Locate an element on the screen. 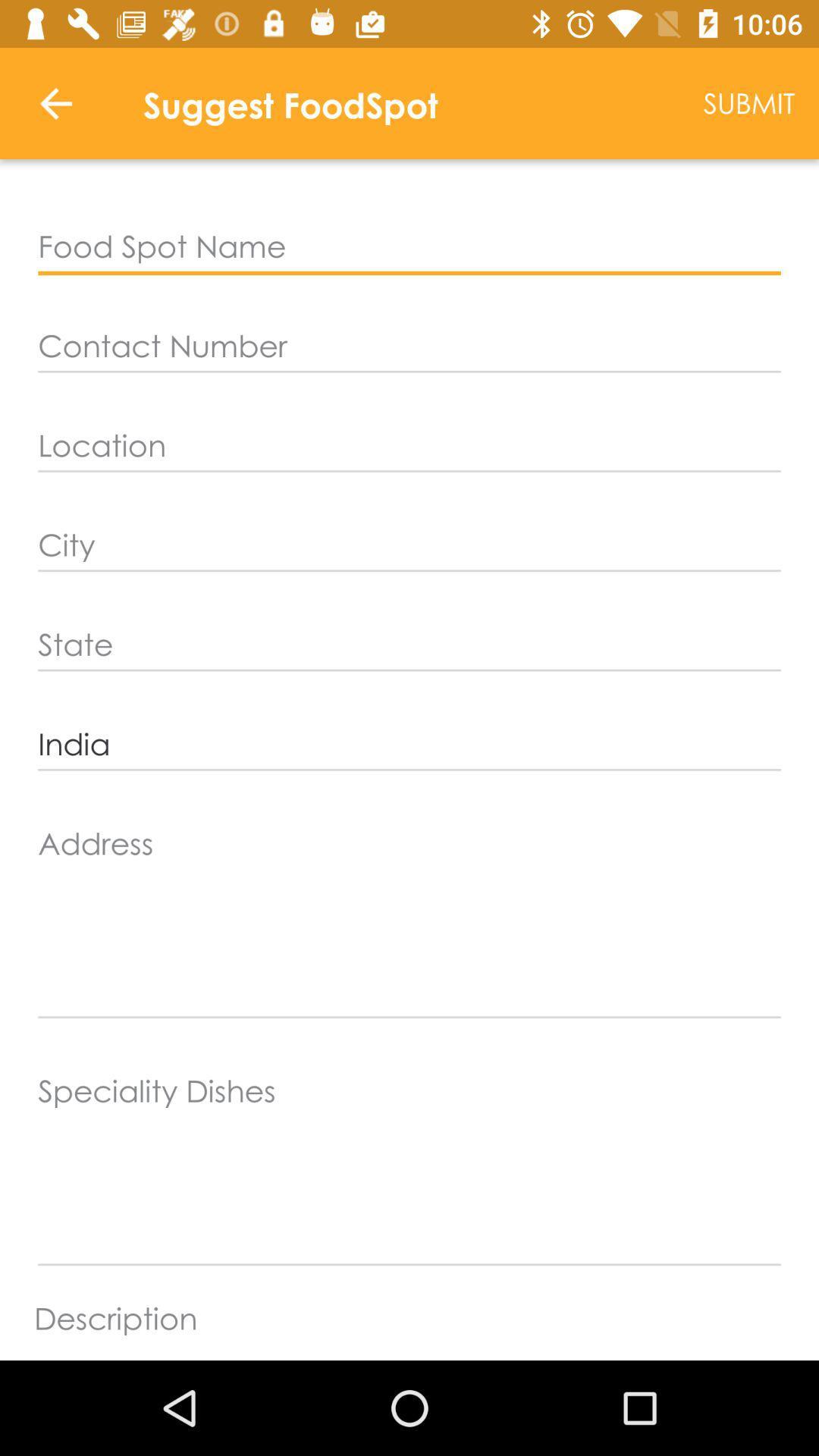  the item to the right of the suggest foodspot item is located at coordinates (748, 102).